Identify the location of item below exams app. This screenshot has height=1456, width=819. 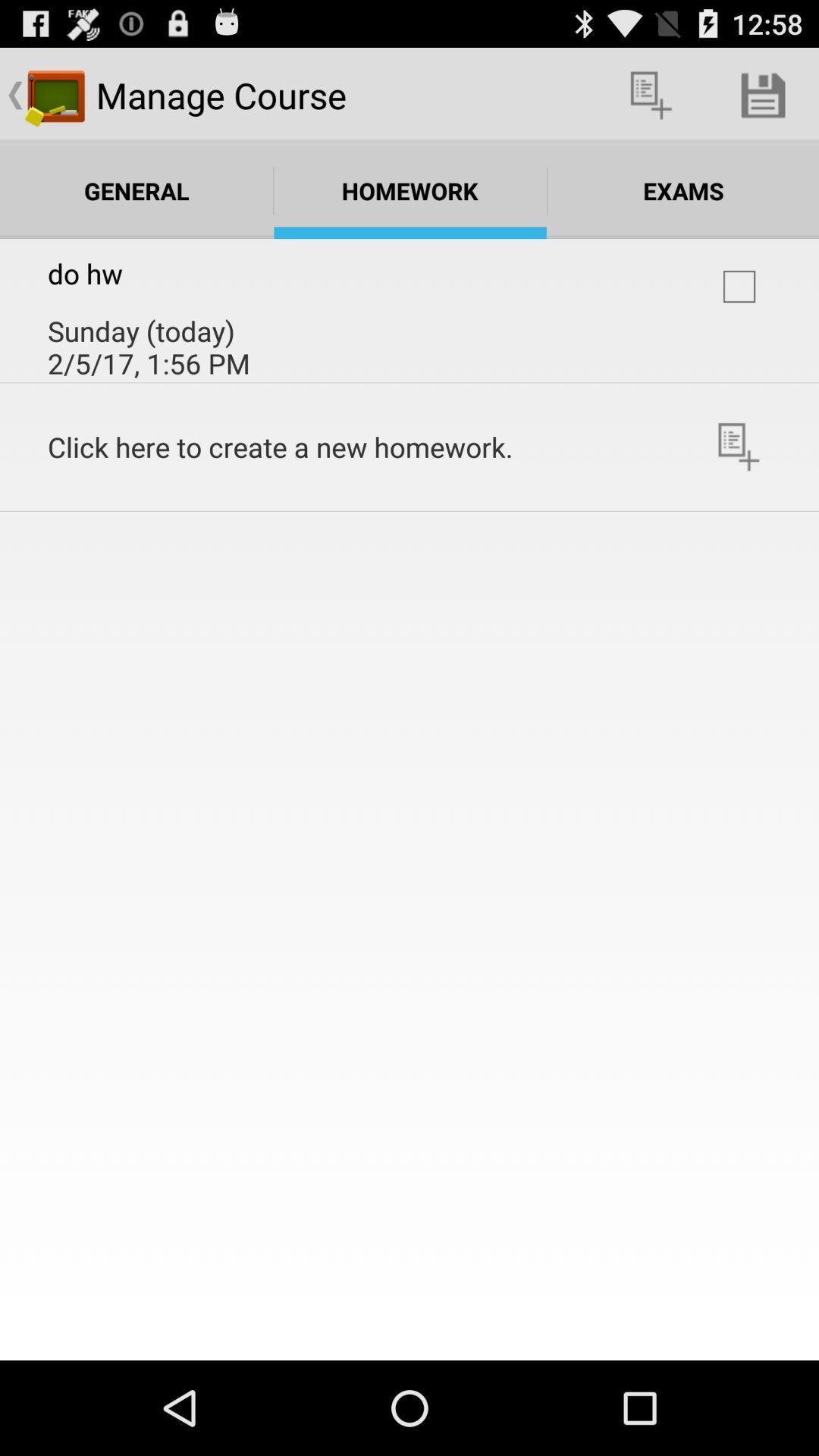
(739, 287).